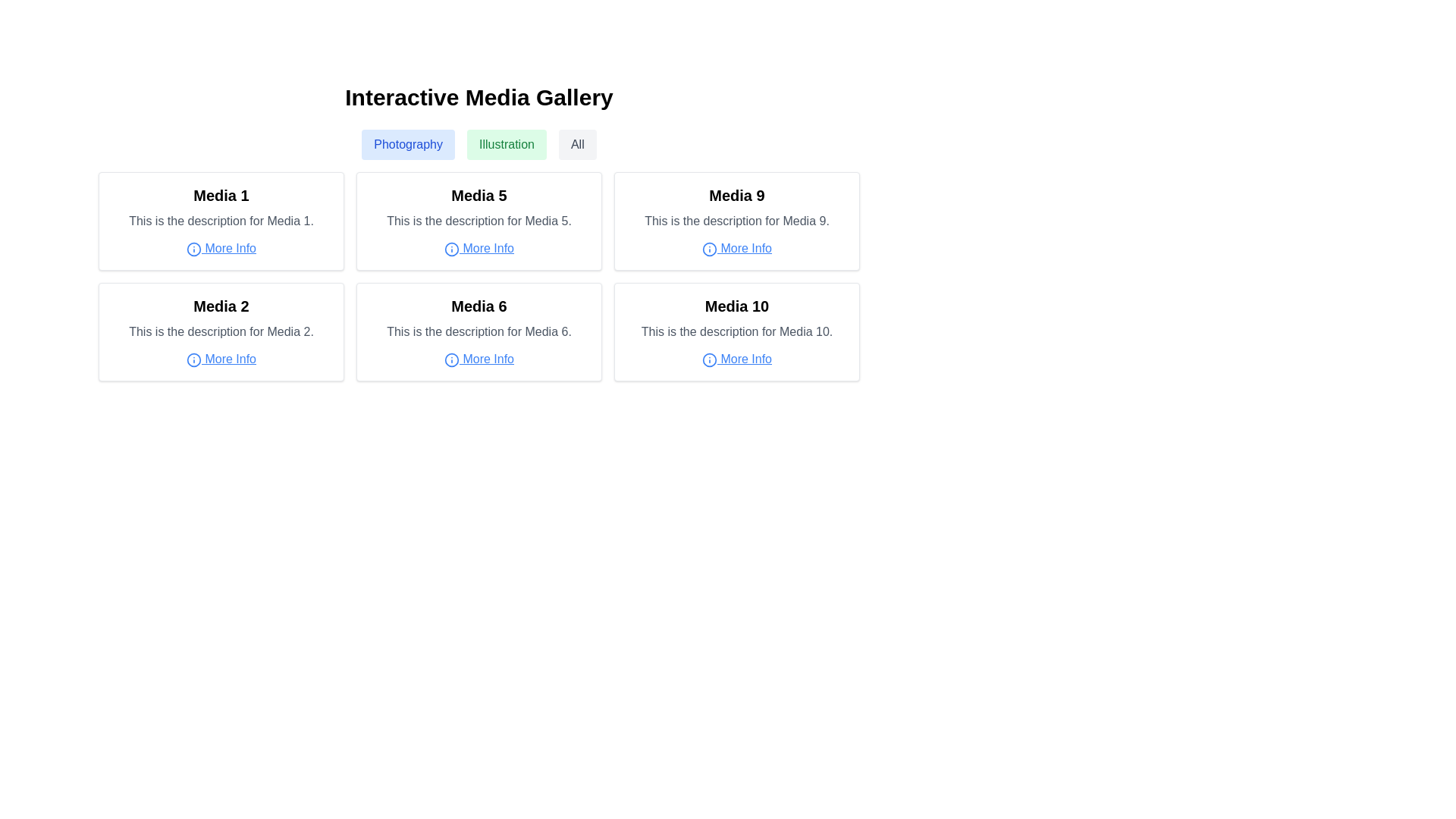 This screenshot has width=1456, height=819. What do you see at coordinates (736, 306) in the screenshot?
I see `the bold text label titled 'Media 10' located at the top of the second card in the bottom row of the grid view` at bounding box center [736, 306].